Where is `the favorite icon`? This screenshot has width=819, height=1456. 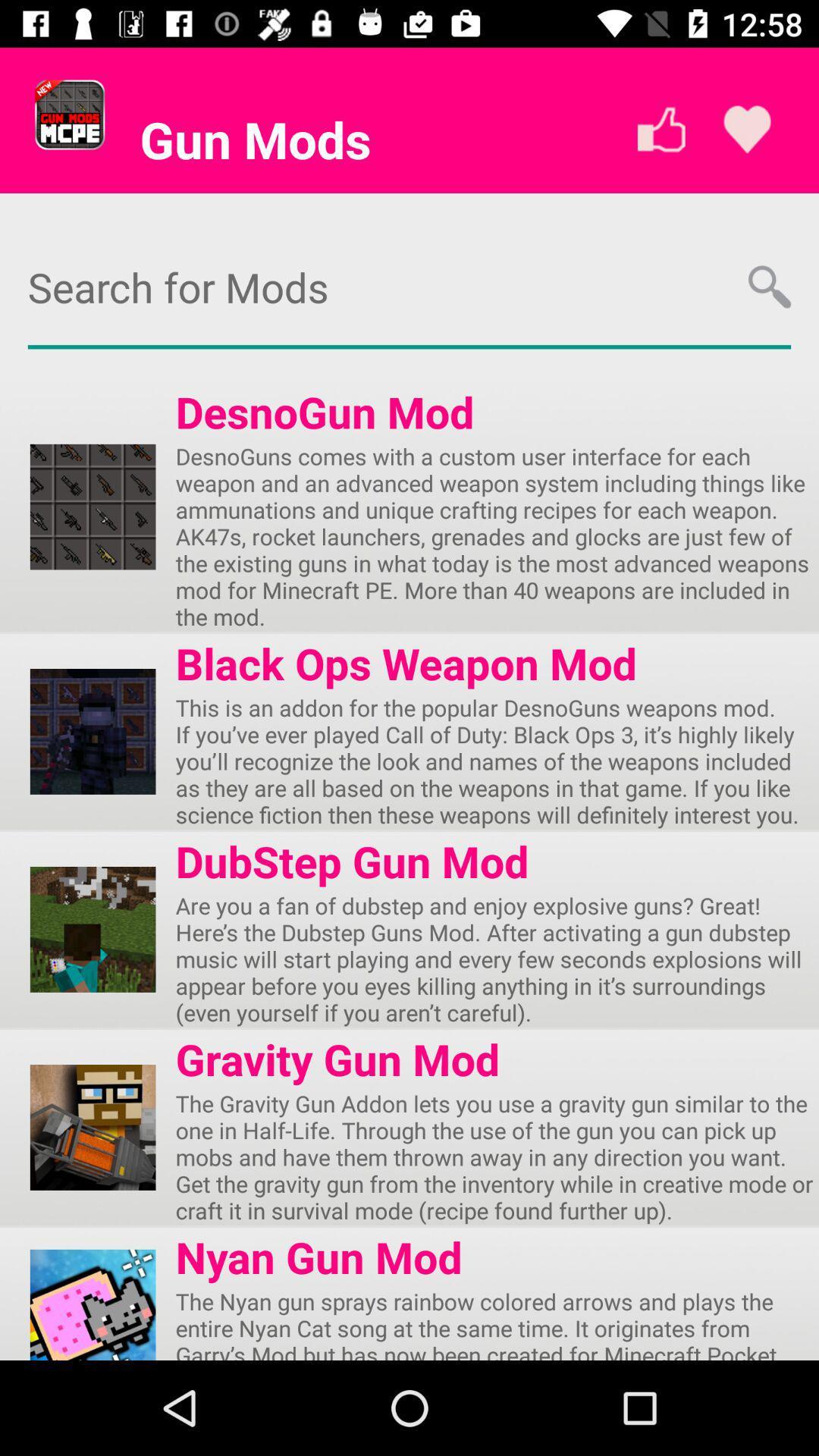 the favorite icon is located at coordinates (746, 130).